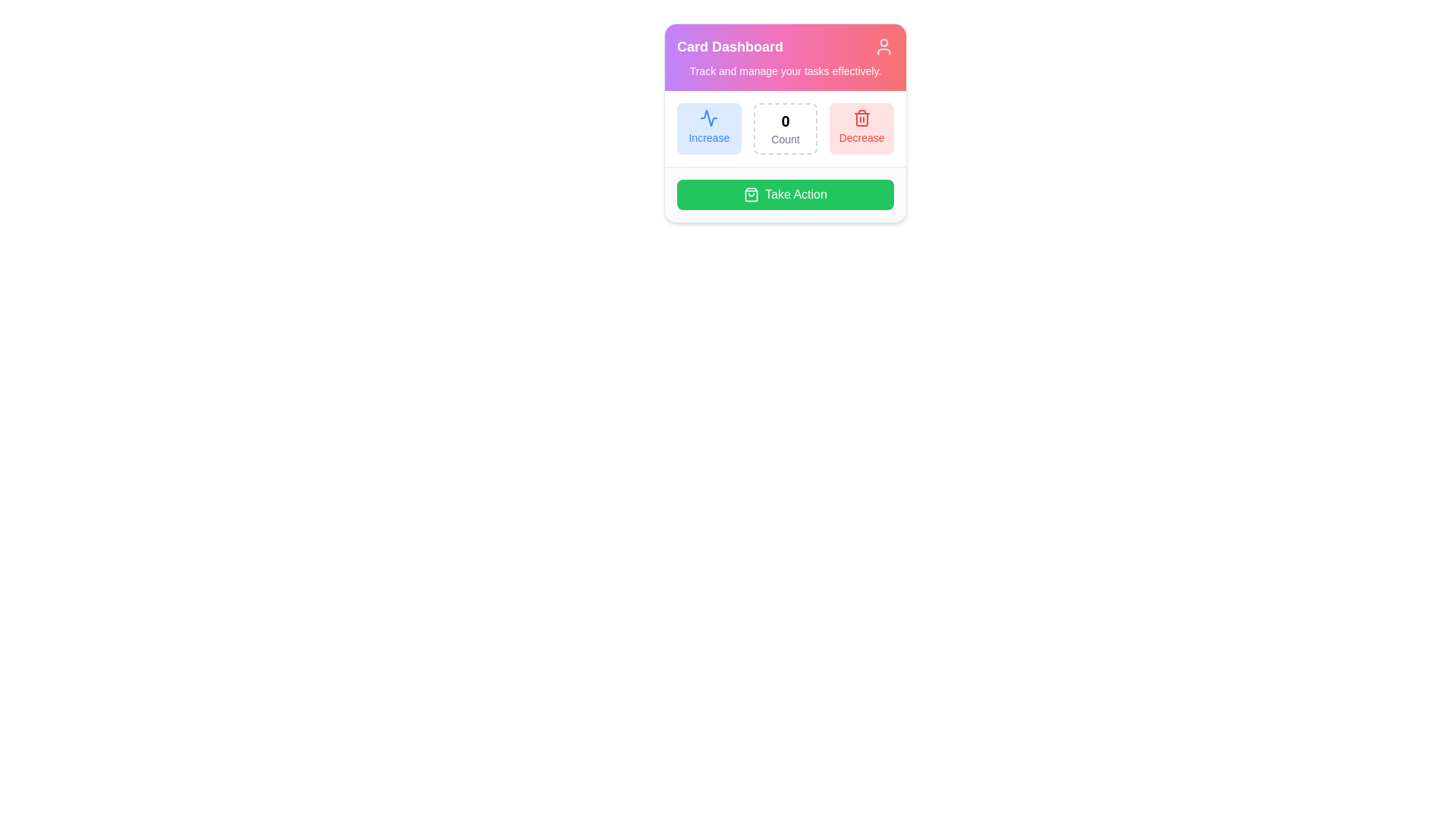 The image size is (1456, 819). Describe the element at coordinates (786, 140) in the screenshot. I see `the Text Label that provides context for the count value, located directly below the digit '0' within a dashed-bordered box, centered between the 'Increase' and 'Decrease' buttons` at that location.